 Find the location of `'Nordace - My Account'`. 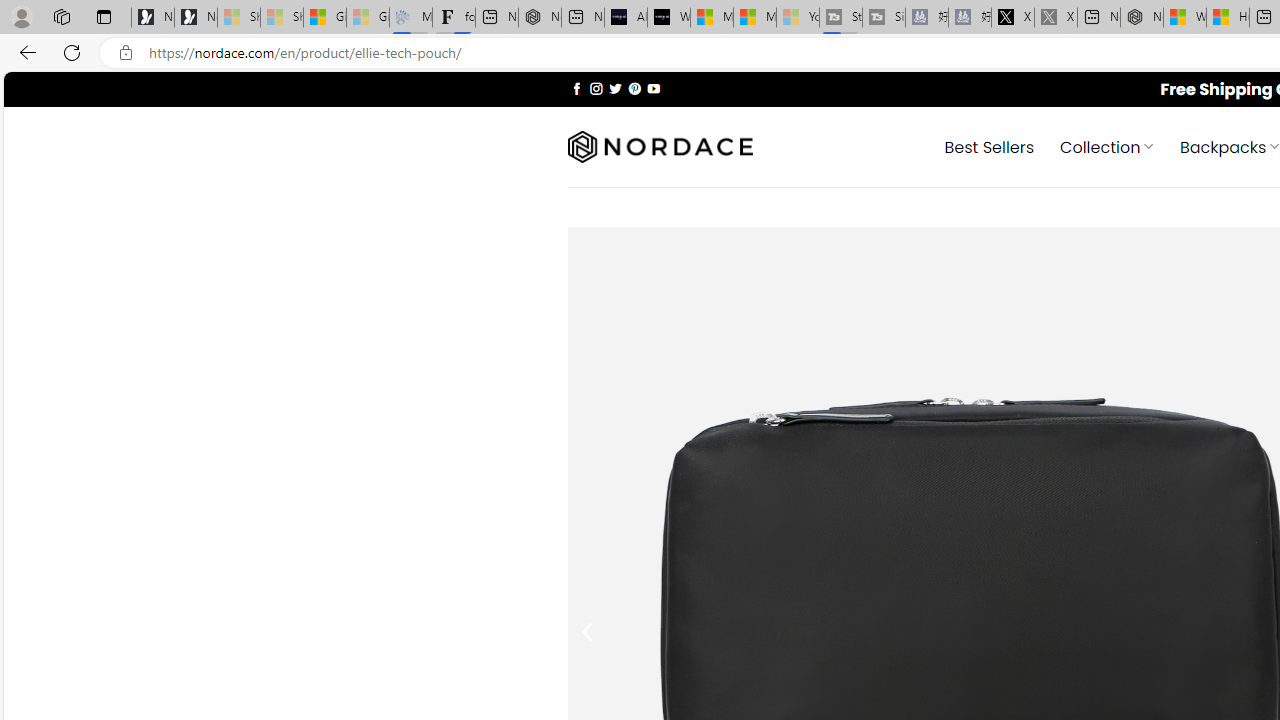

'Nordace - My Account' is located at coordinates (1142, 17).